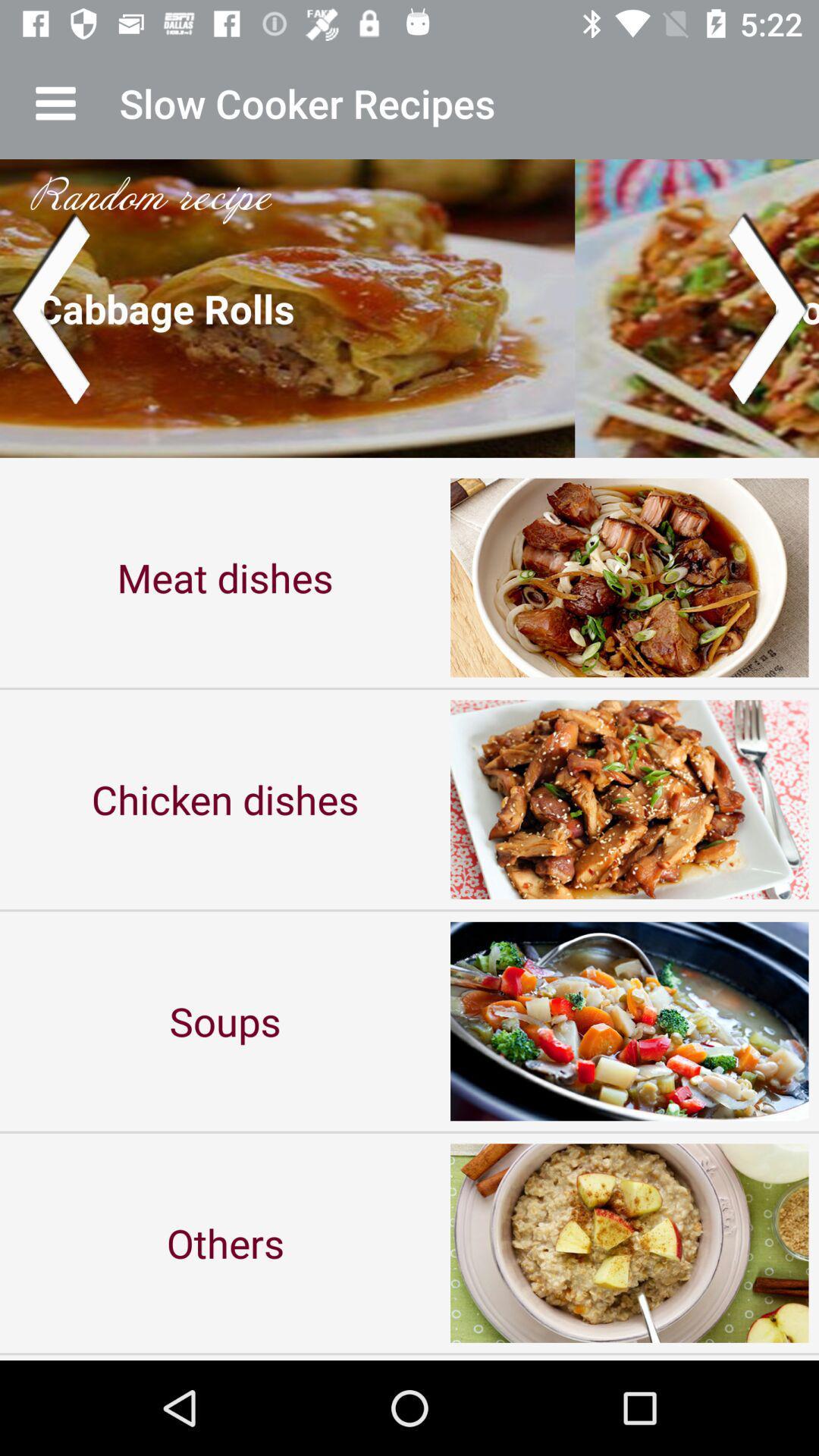 The image size is (819, 1456). Describe the element at coordinates (225, 576) in the screenshot. I see `the meat dishes item` at that location.